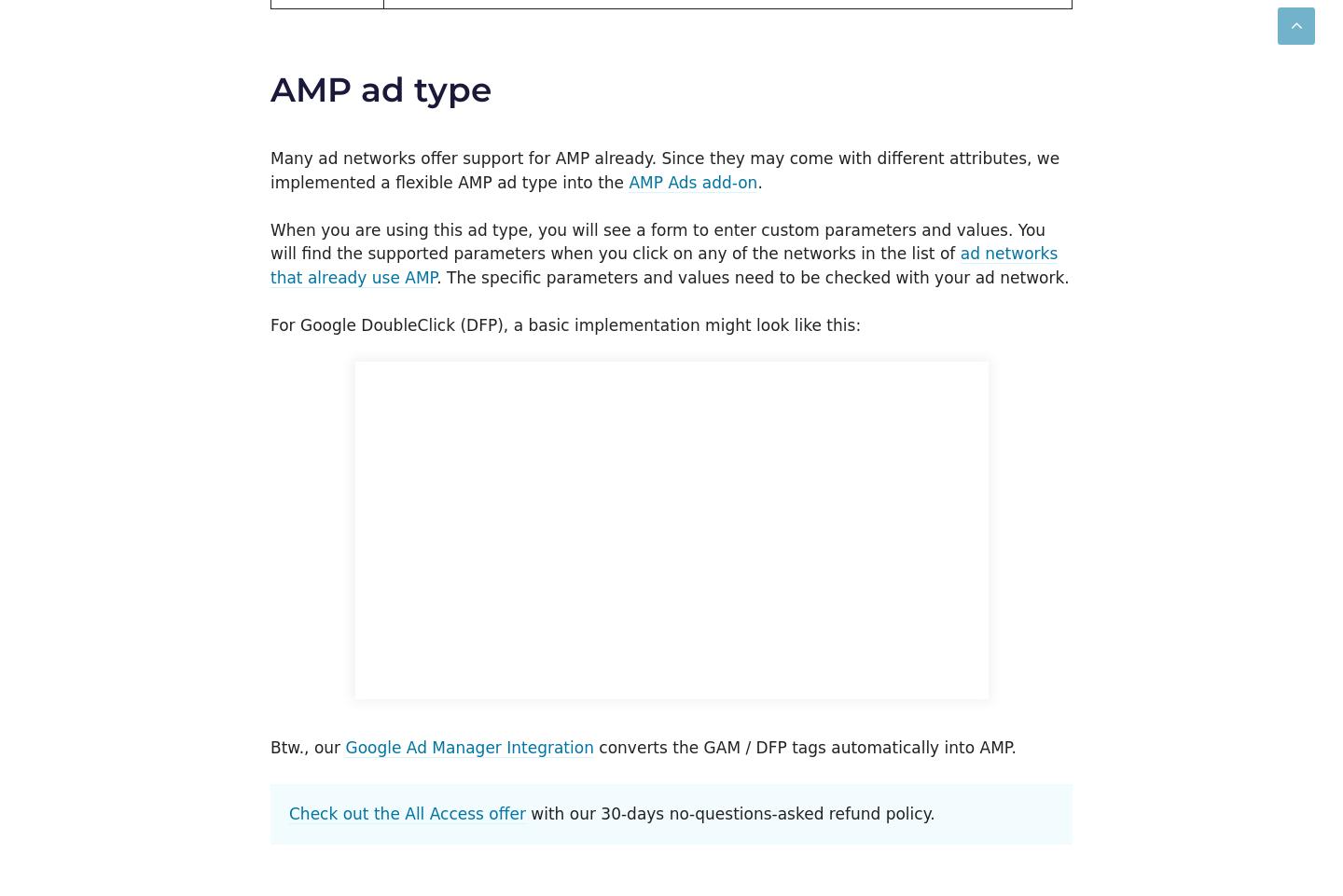 The image size is (1343, 896). Describe the element at coordinates (467, 745) in the screenshot. I see `'Google Ad Manager Integration'` at that location.